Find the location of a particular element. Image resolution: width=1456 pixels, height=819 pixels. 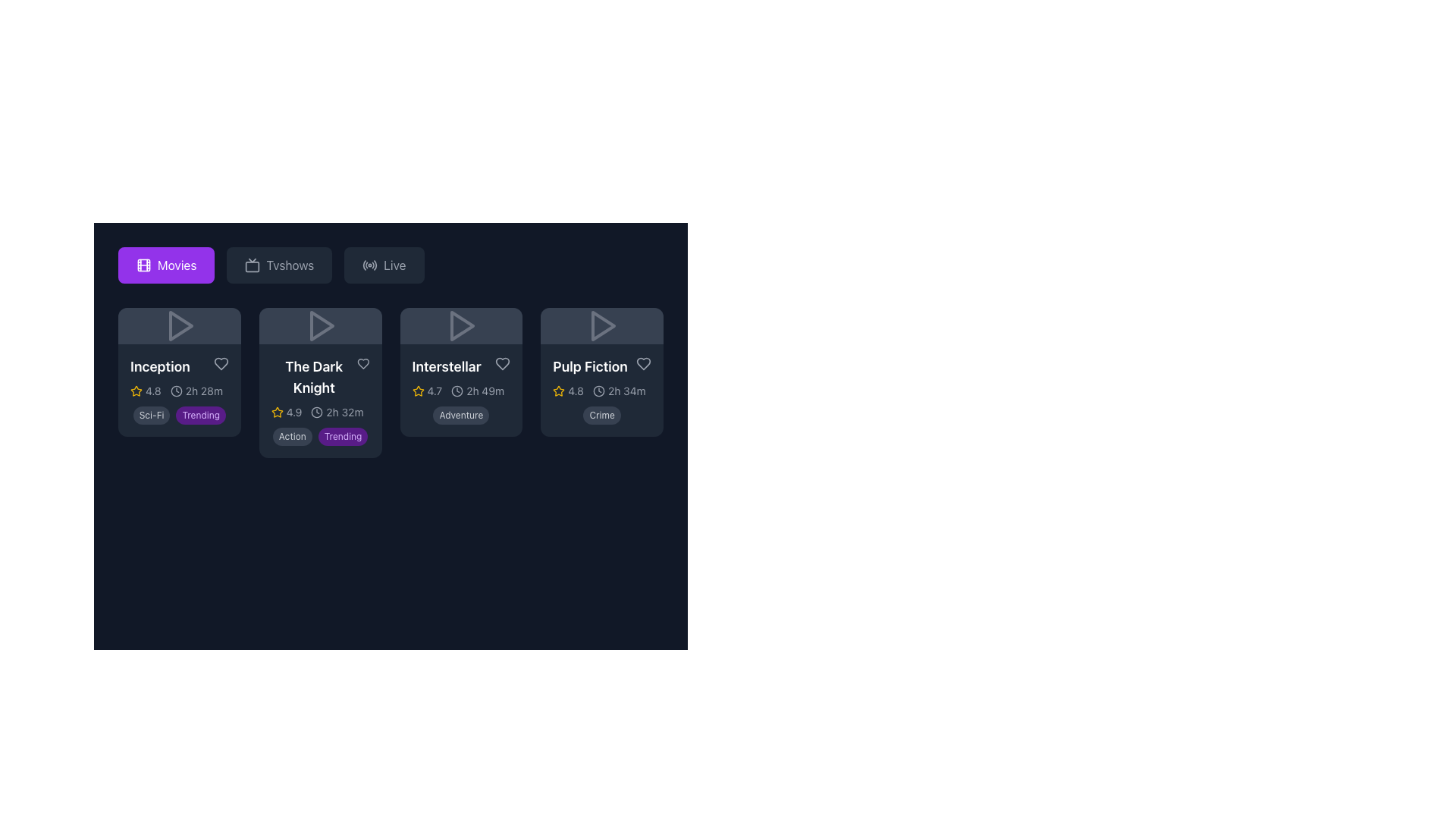

the play icon for the movie 'Pulp Fiction', located in the fourth position of the movie cards list is located at coordinates (601, 325).